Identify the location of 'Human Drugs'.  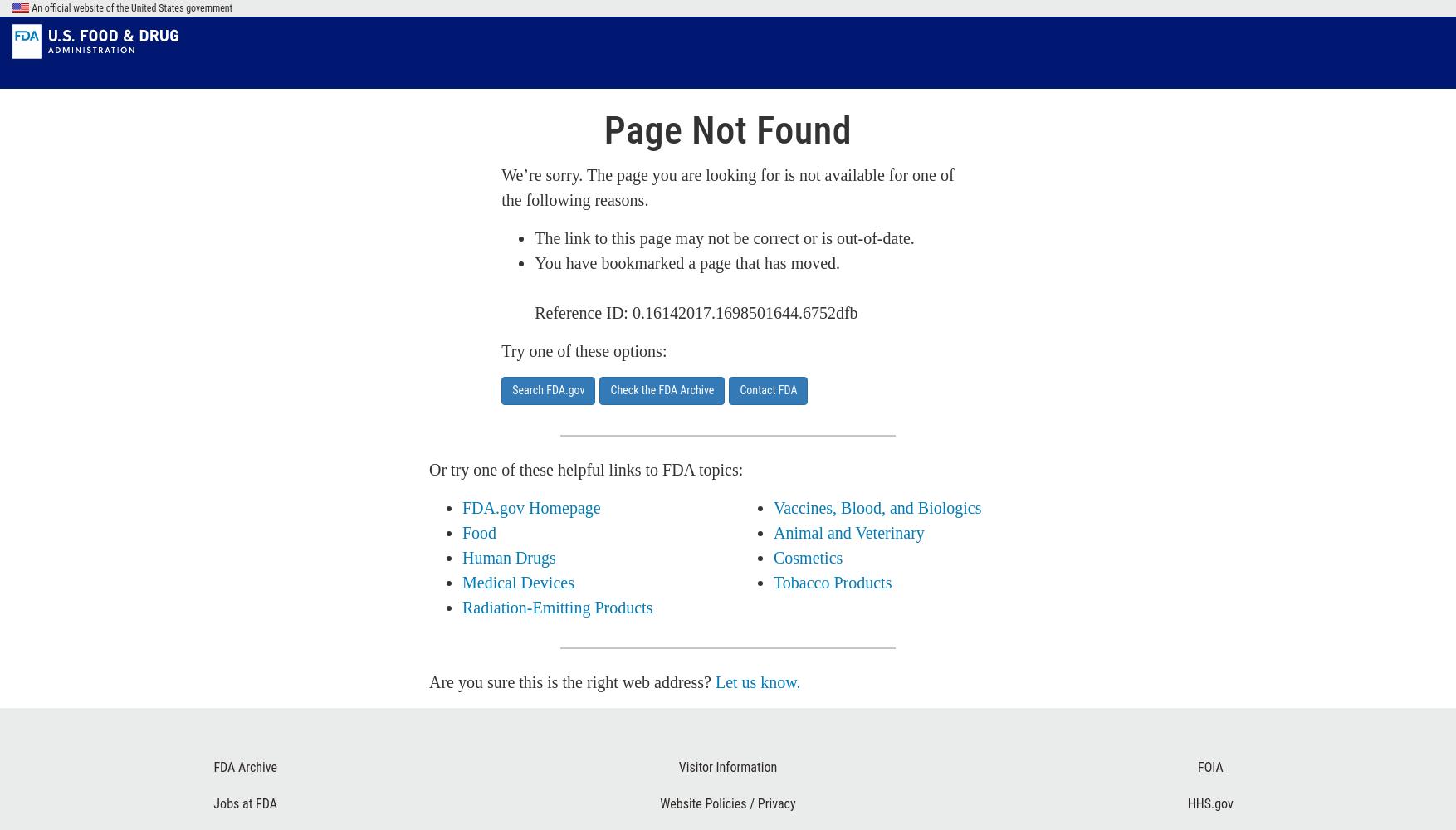
(509, 558).